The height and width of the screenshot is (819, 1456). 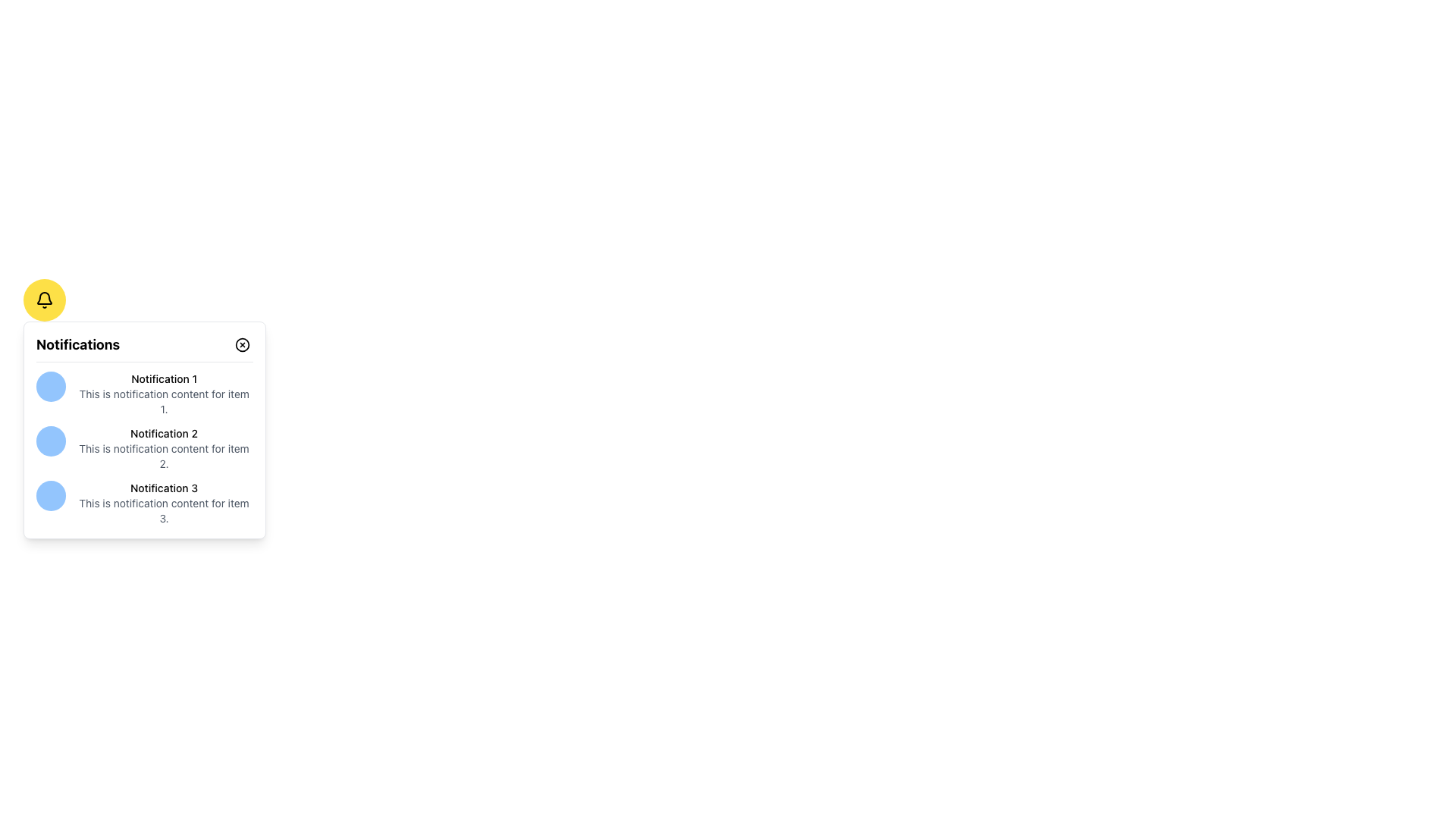 What do you see at coordinates (164, 488) in the screenshot?
I see `the Label element displaying 'Notification 3', which is the header text of the third notification card in the notification panel` at bounding box center [164, 488].